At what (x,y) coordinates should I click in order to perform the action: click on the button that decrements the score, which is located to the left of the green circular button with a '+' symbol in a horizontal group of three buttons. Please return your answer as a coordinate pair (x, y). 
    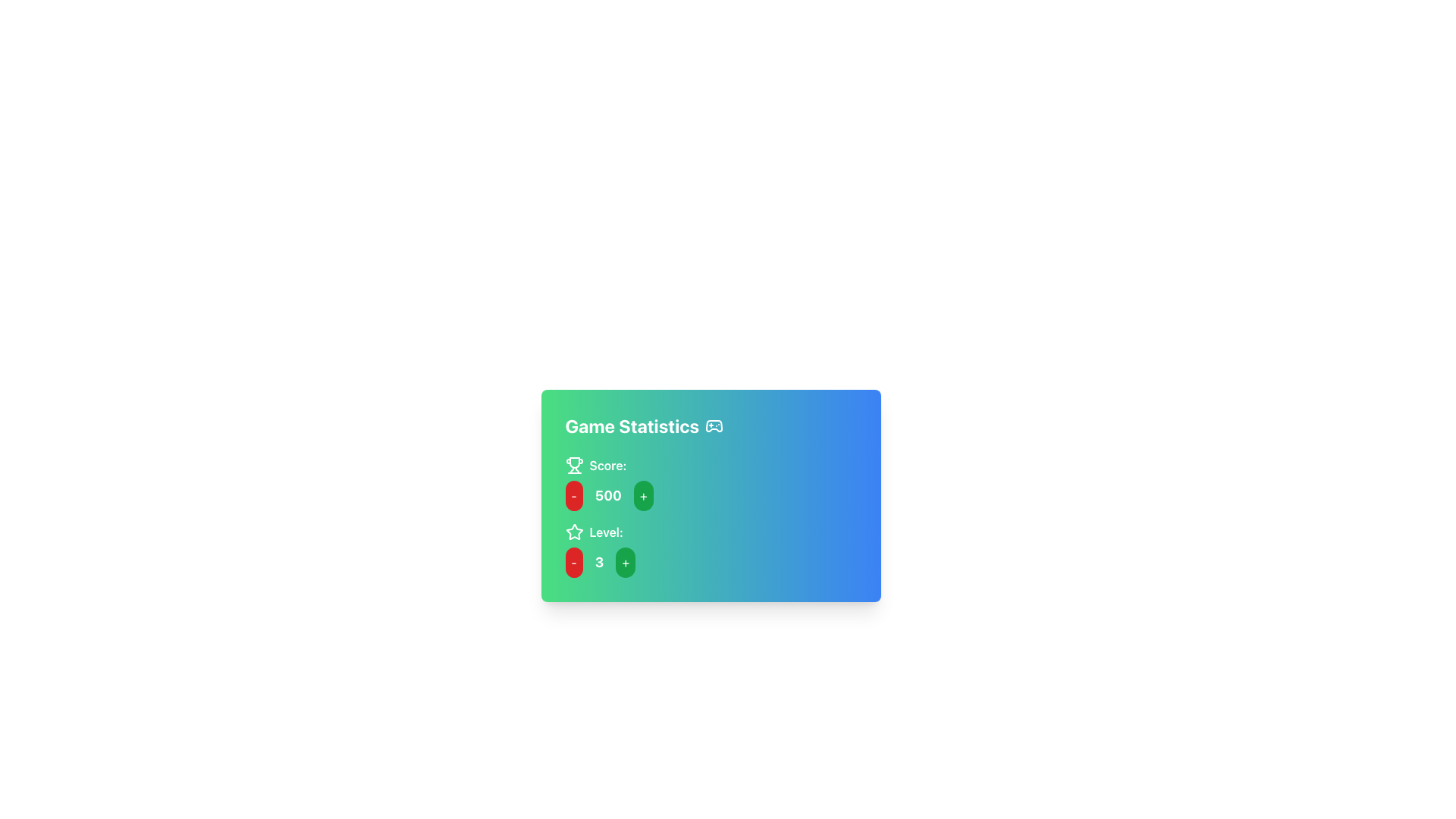
    Looking at the image, I should click on (573, 496).